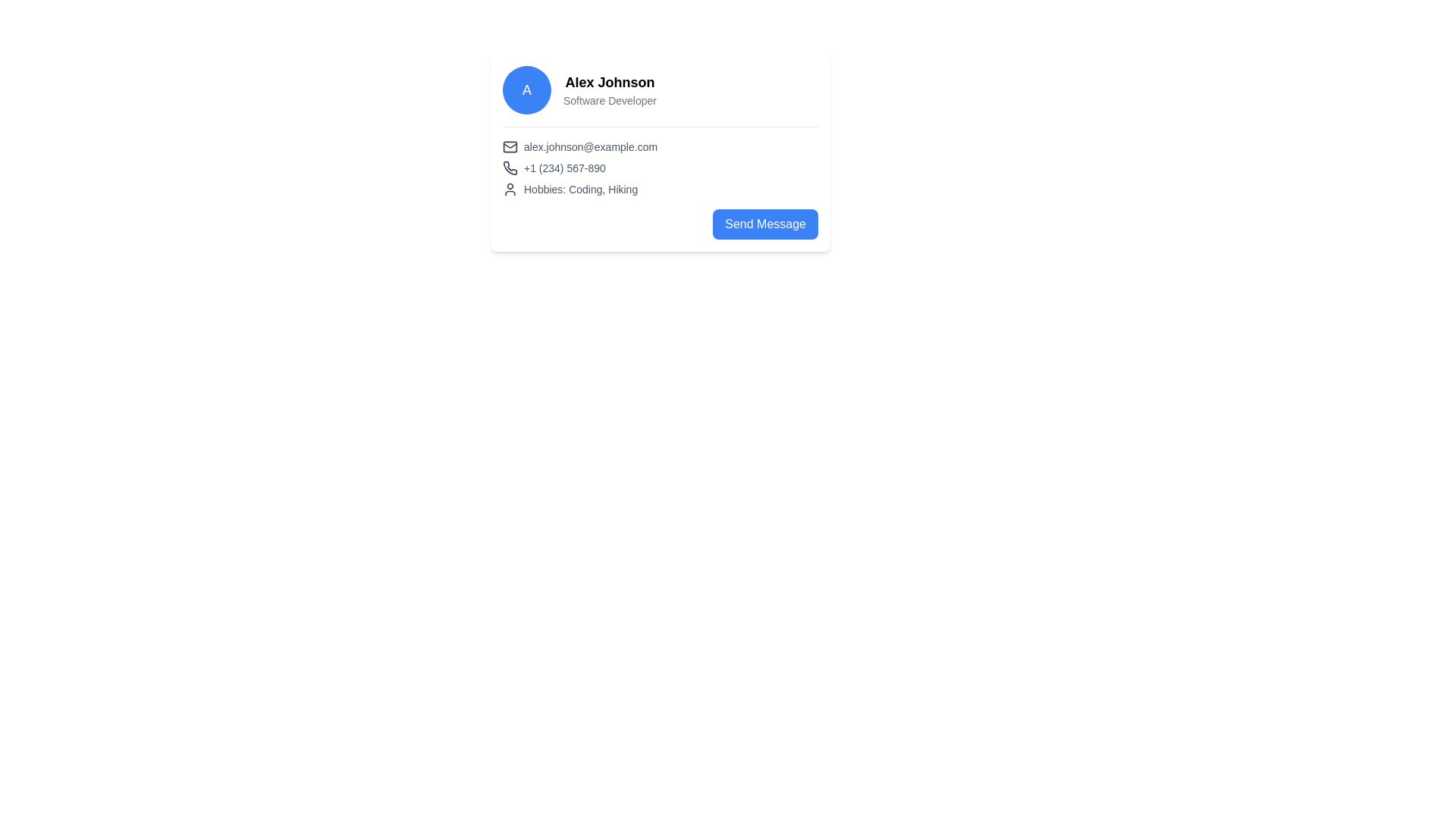  Describe the element at coordinates (580, 189) in the screenshot. I see `the informational text label that describes the individual's hobbies, located to the right of the contact information within the profile card` at that location.